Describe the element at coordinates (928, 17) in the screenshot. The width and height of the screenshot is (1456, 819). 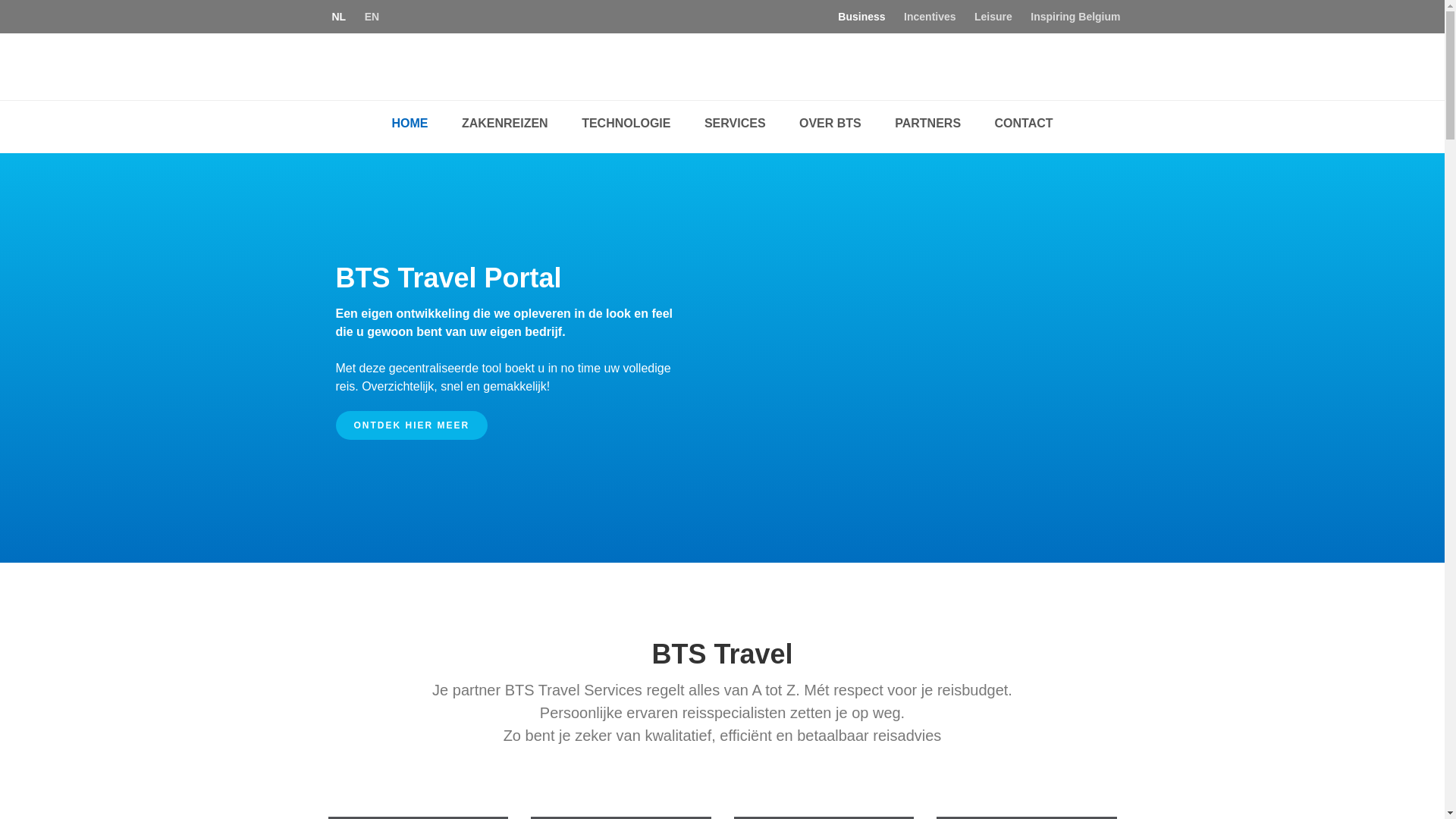
I see `'Incentives'` at that location.